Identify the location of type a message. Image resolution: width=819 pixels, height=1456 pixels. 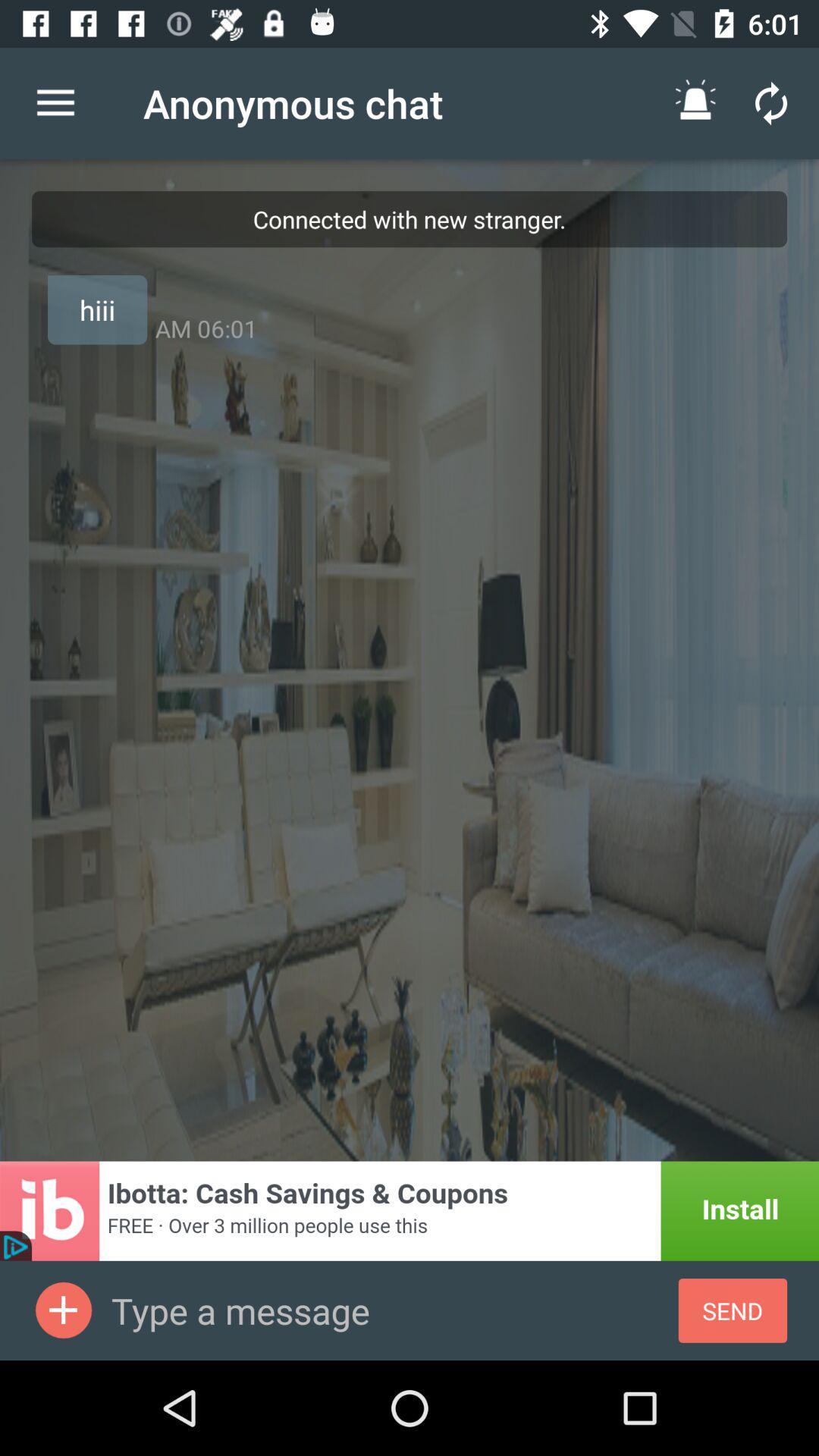
(394, 1310).